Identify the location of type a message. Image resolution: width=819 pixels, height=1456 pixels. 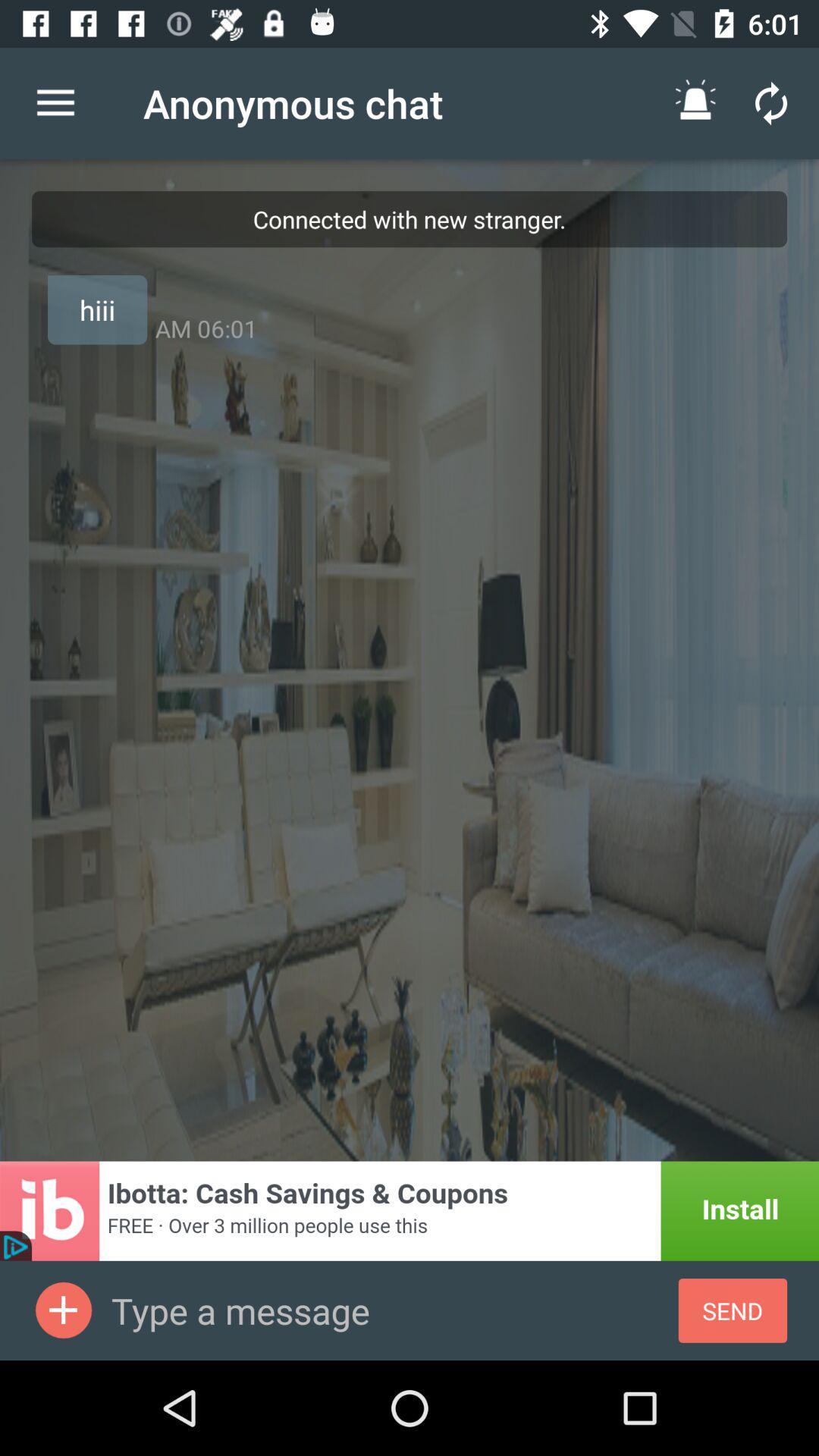
(394, 1310).